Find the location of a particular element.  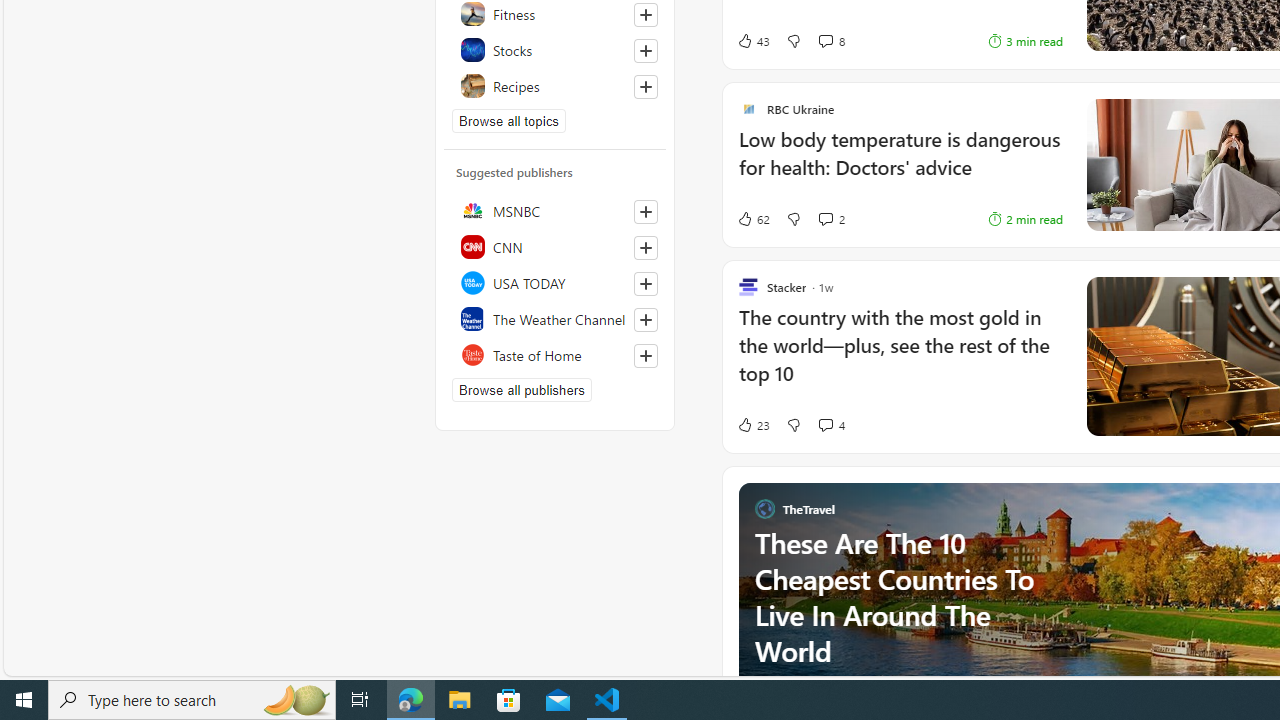

'43 Like' is located at coordinates (752, 41).